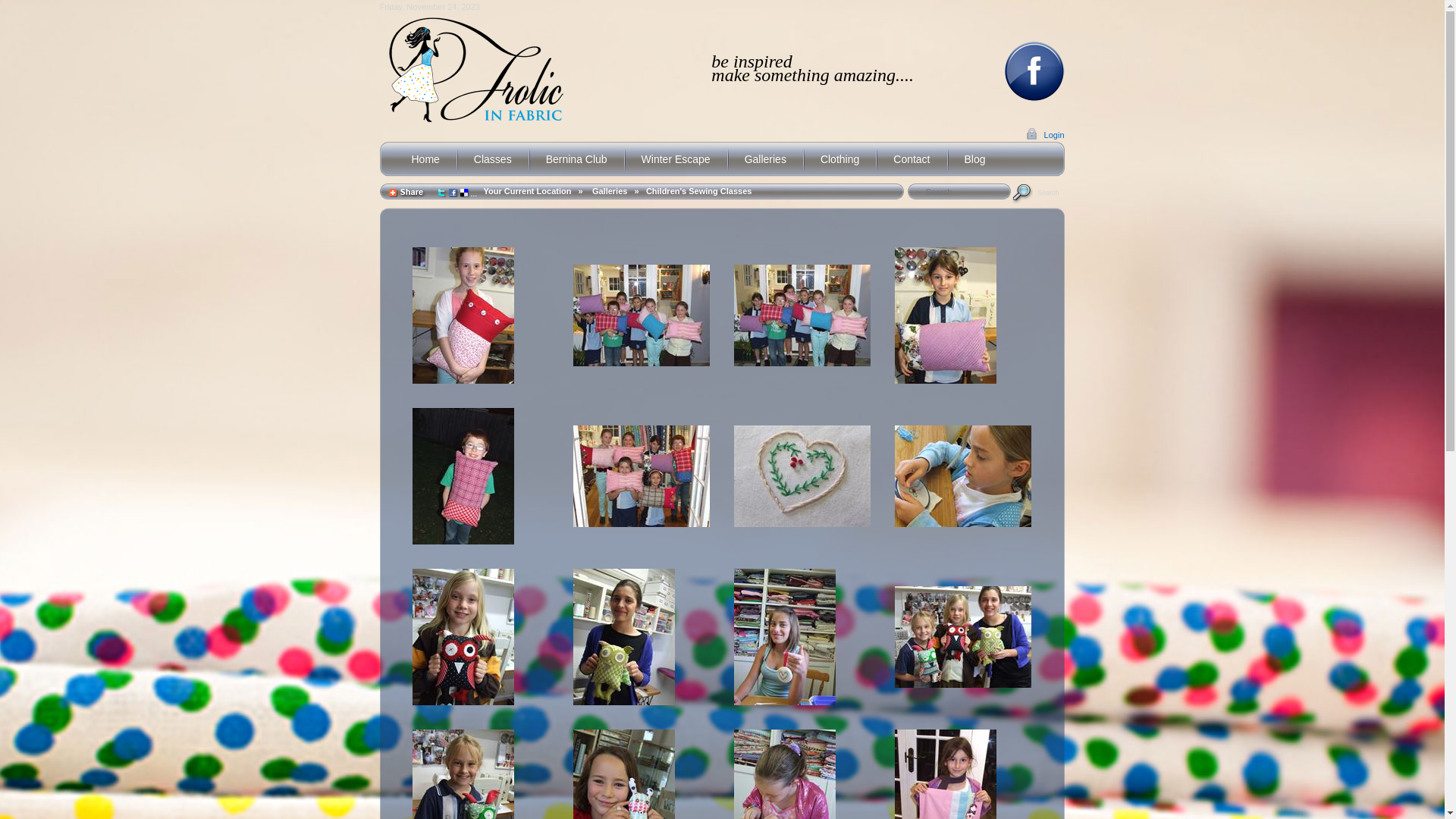 The width and height of the screenshot is (1456, 819). What do you see at coordinates (1037, 191) in the screenshot?
I see `'Search'` at bounding box center [1037, 191].